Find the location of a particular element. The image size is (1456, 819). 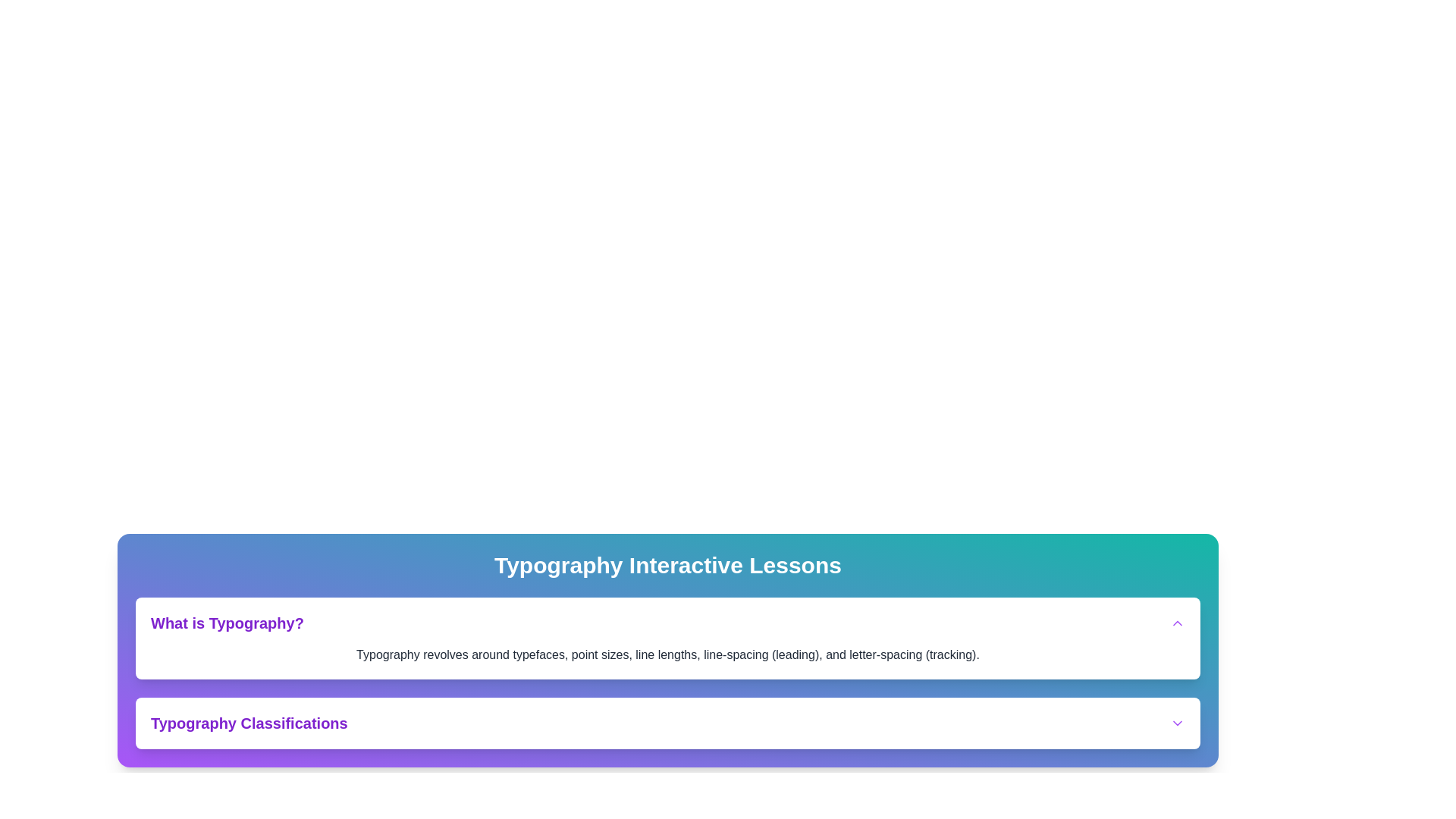

the bold, white text 'Typography Interactive Lessons' located at the top of a rounded card-like background element is located at coordinates (667, 565).